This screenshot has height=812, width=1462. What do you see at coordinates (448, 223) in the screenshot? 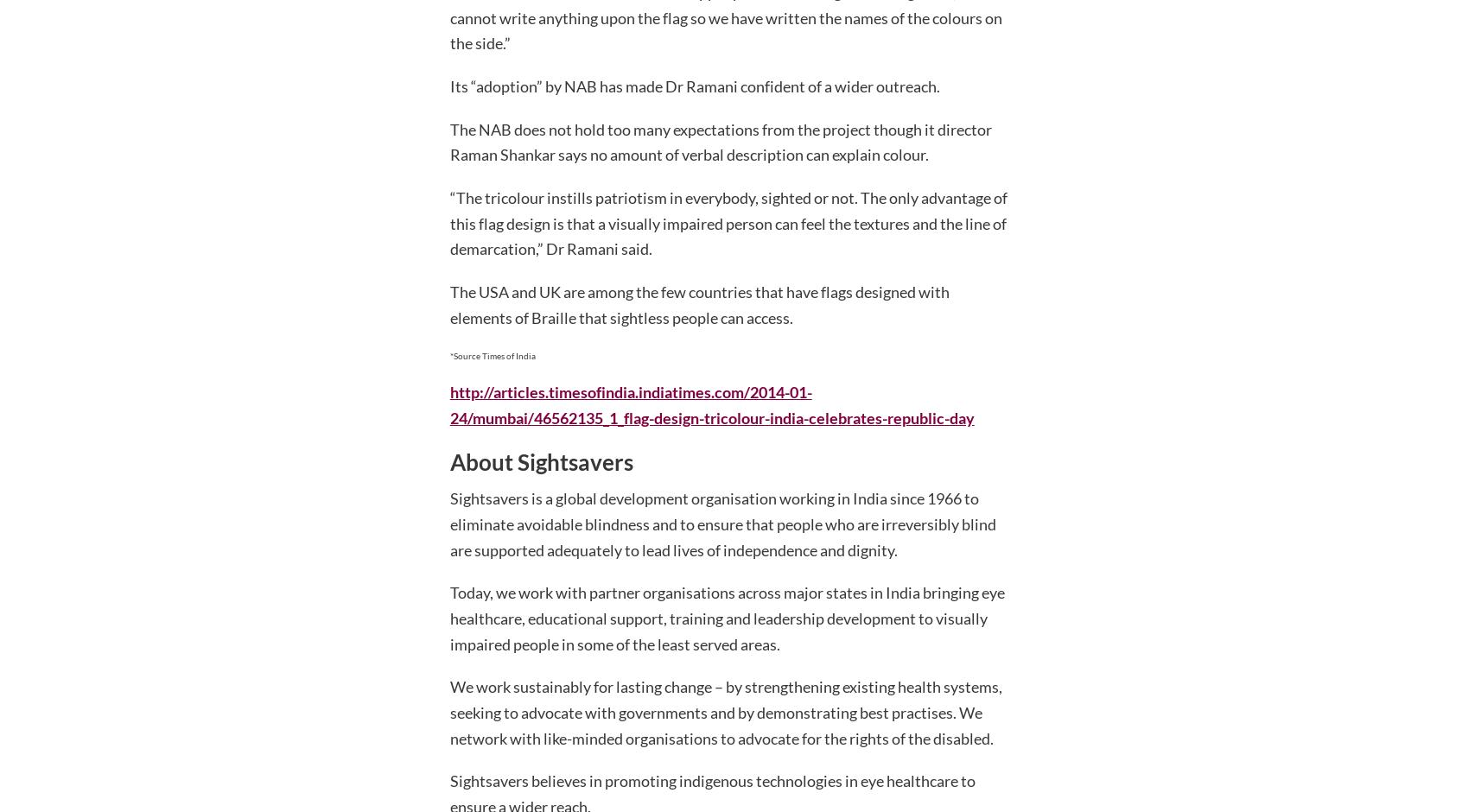
I see `'“The tricolour instills patriotism in everybody, sighted or not. The only advantage of this flag design is that a visually impaired person can feel the textures and the line of demarcation,” Dr Ramani said.'` at bounding box center [448, 223].